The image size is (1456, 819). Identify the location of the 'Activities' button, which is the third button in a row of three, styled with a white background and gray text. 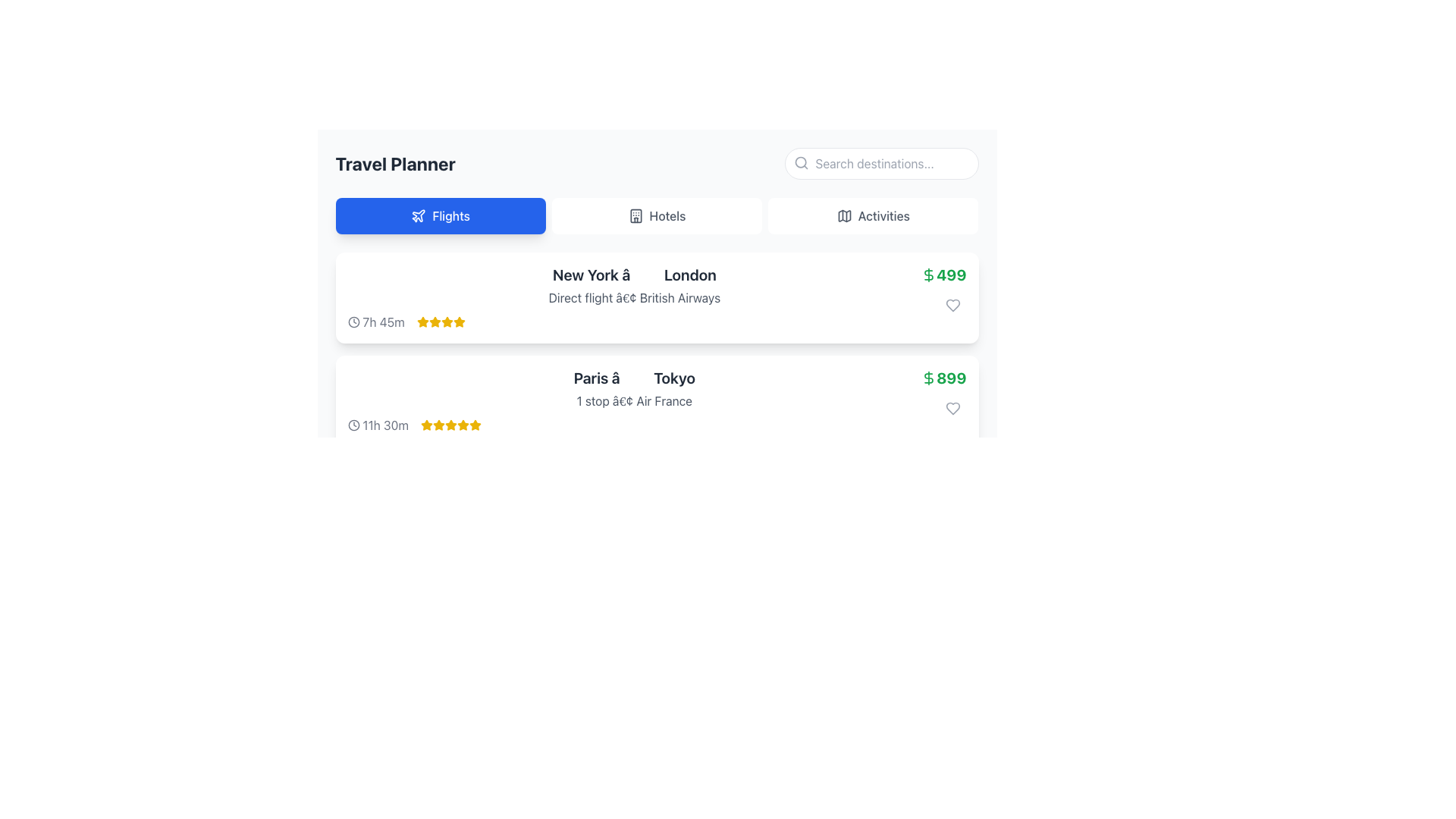
(873, 216).